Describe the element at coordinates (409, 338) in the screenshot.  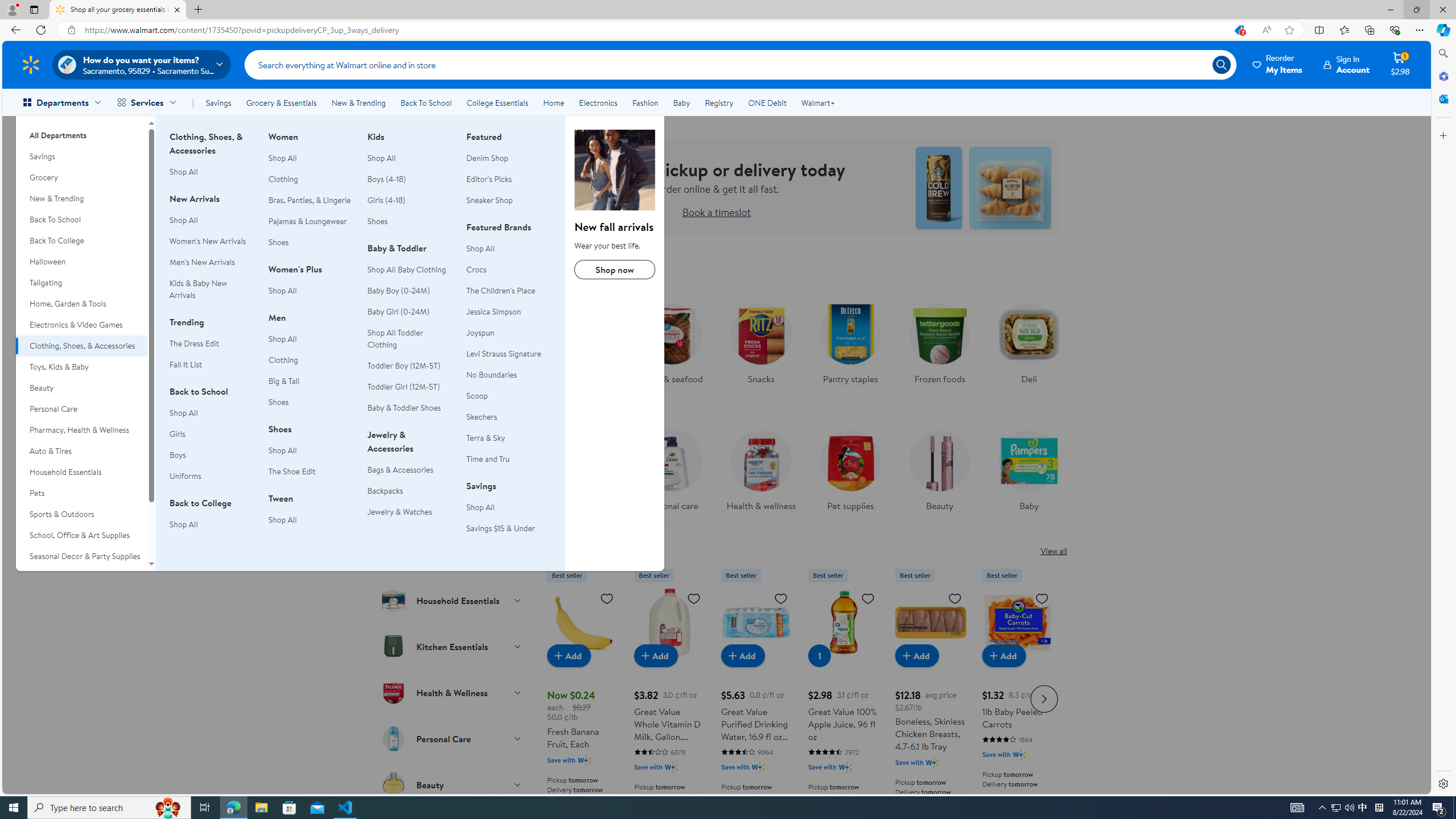
I see `'Shop All Toddler Clothing'` at that location.